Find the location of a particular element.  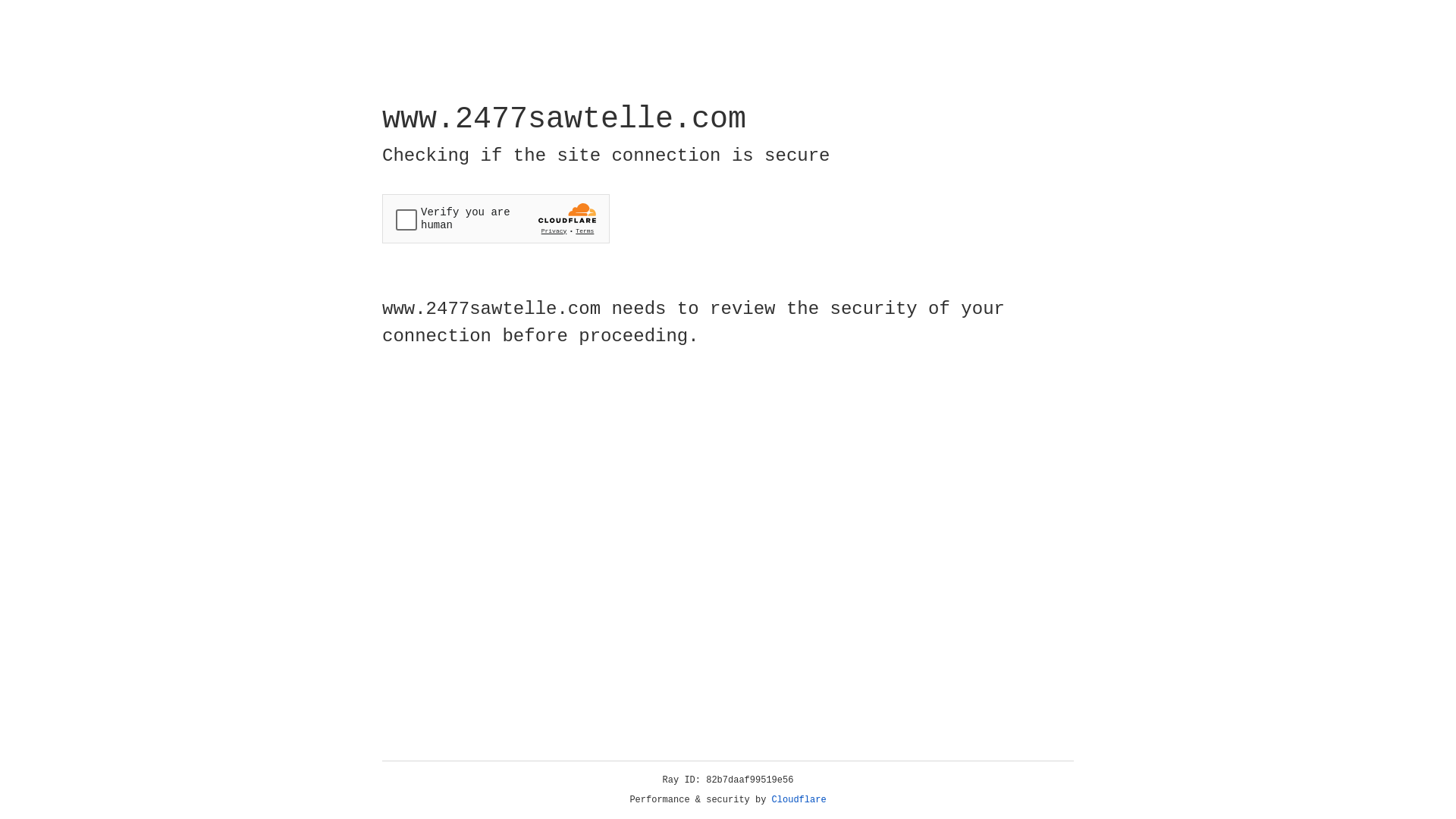

'Widget containing a Cloudflare security challenge' is located at coordinates (495, 218).